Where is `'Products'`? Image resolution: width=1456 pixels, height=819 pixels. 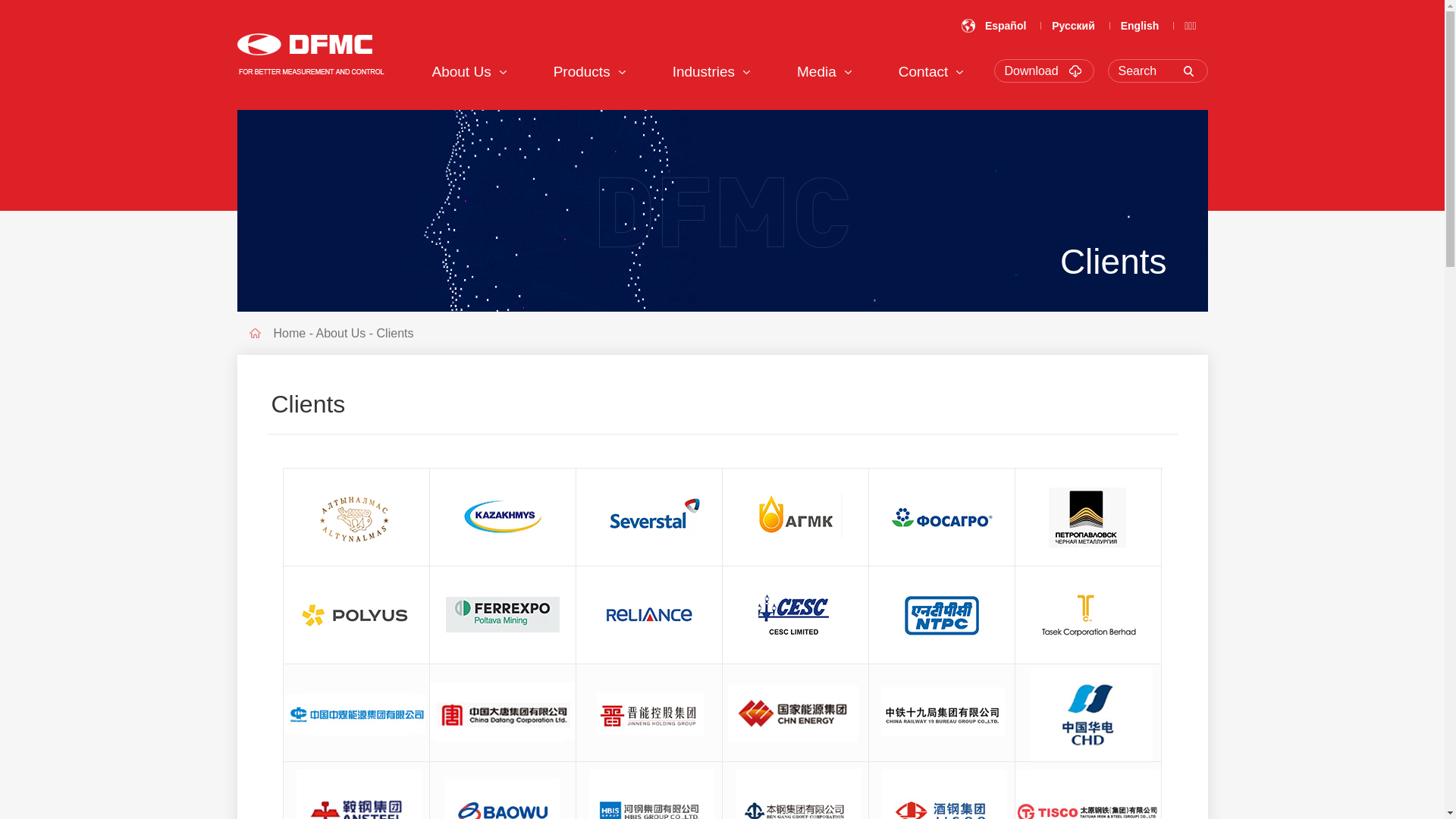
'Products' is located at coordinates (581, 71).